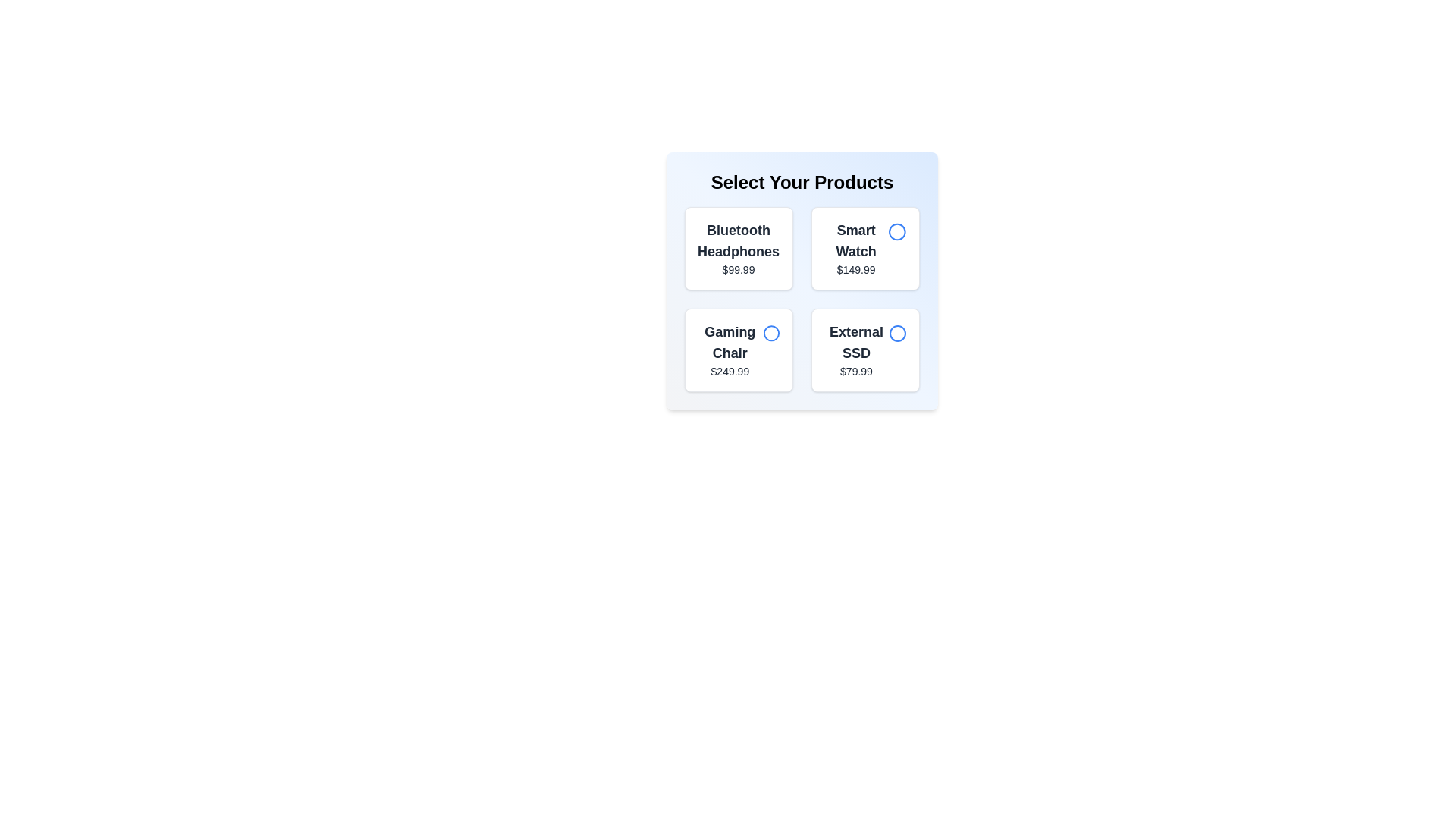 The height and width of the screenshot is (819, 1456). What do you see at coordinates (739, 350) in the screenshot?
I see `the product card for Gaming Chair` at bounding box center [739, 350].